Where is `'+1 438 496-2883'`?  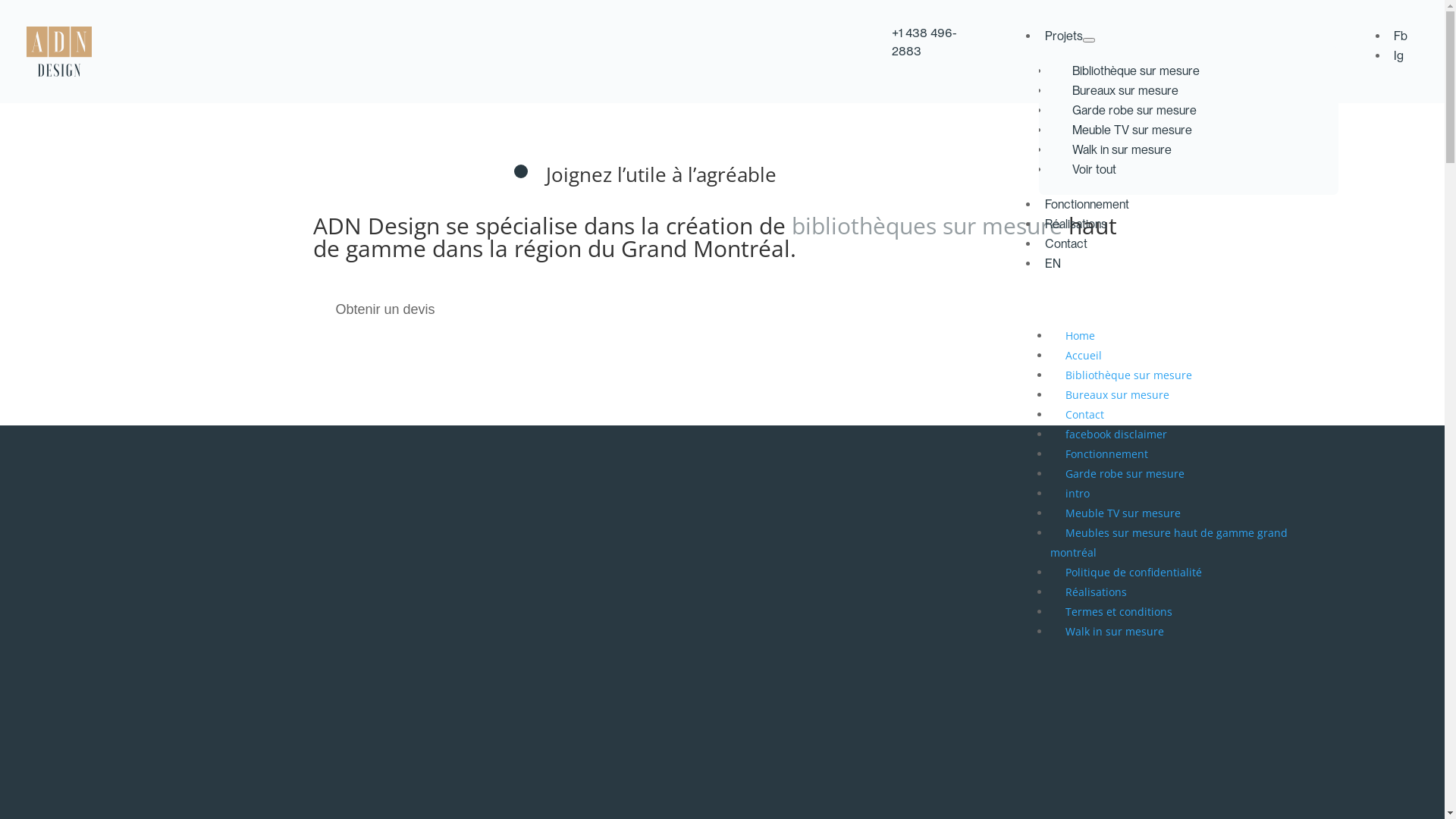
'+1 438 496-2883' is located at coordinates (924, 41).